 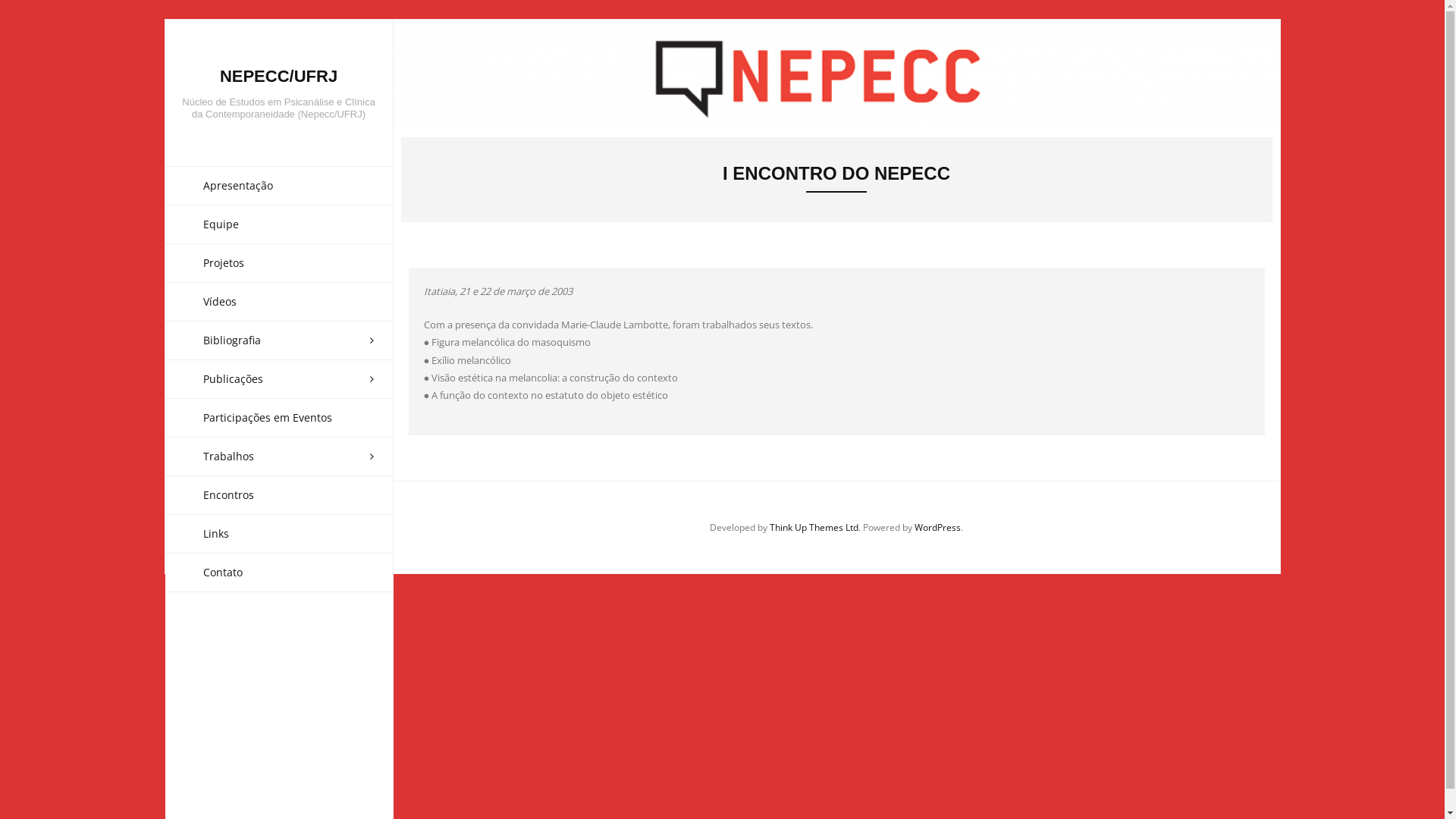 I want to click on 'Encontros', so click(x=279, y=494).